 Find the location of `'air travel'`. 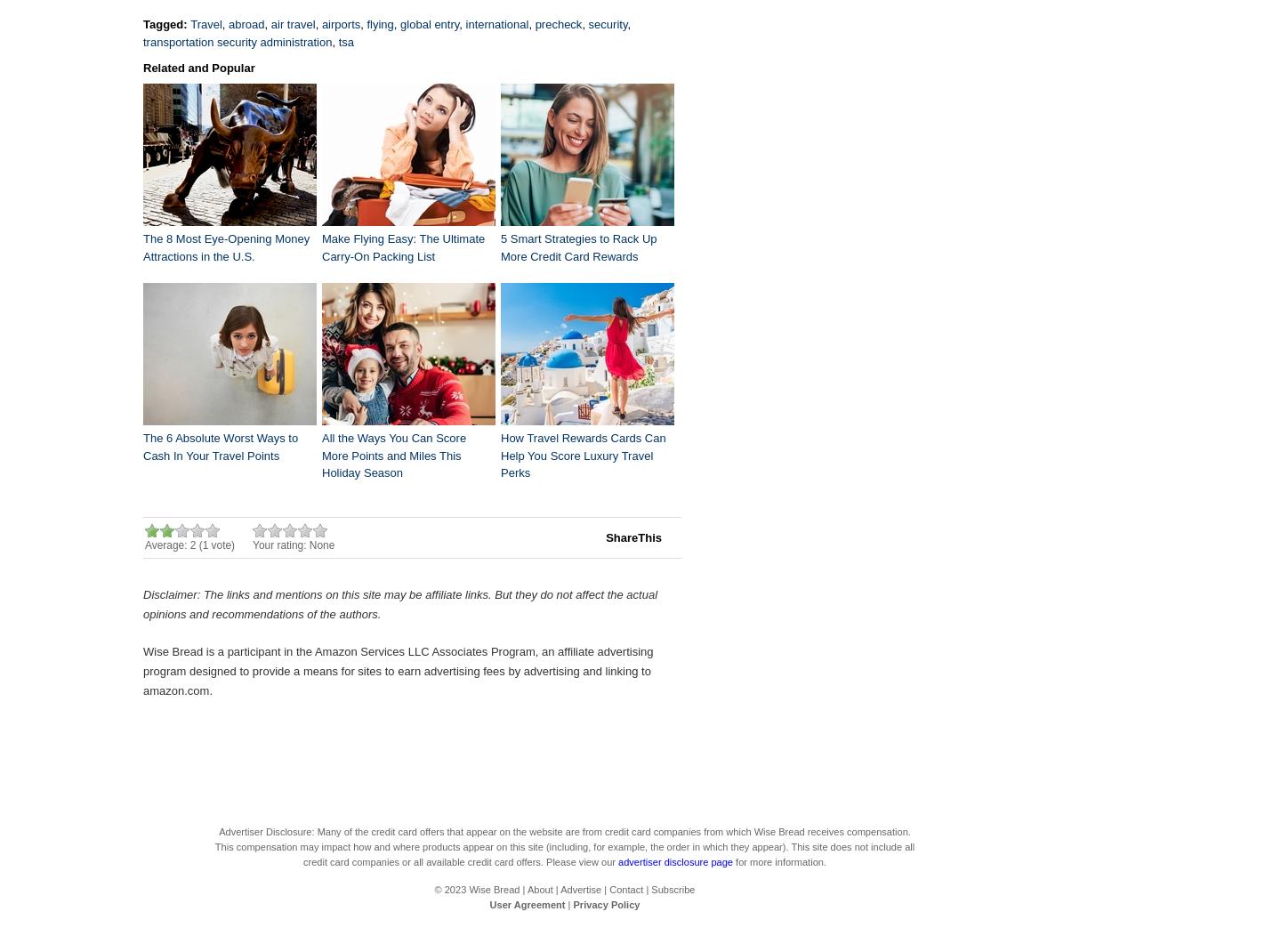

'air travel' is located at coordinates (293, 23).